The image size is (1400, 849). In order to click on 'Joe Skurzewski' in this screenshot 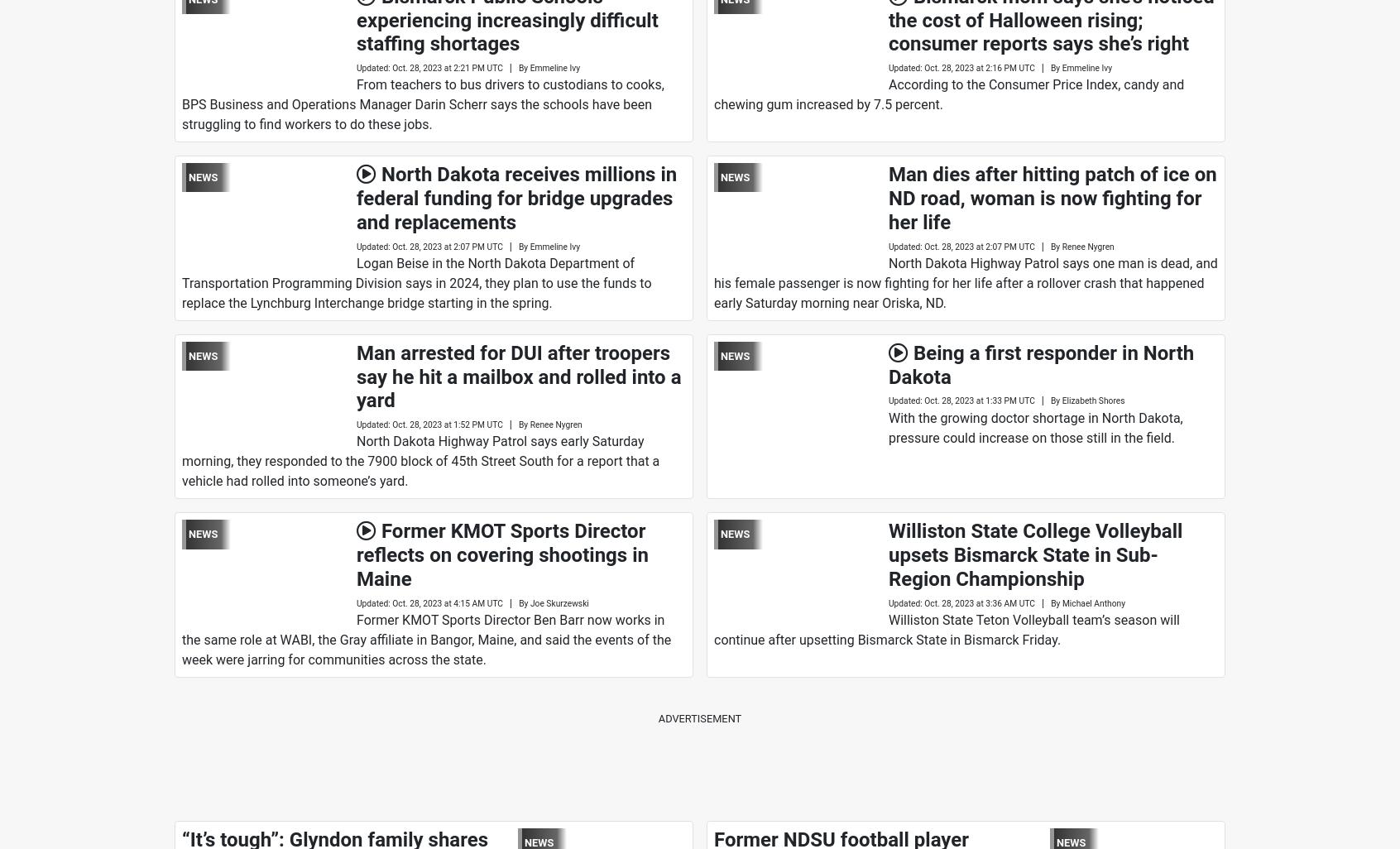, I will do `click(559, 602)`.